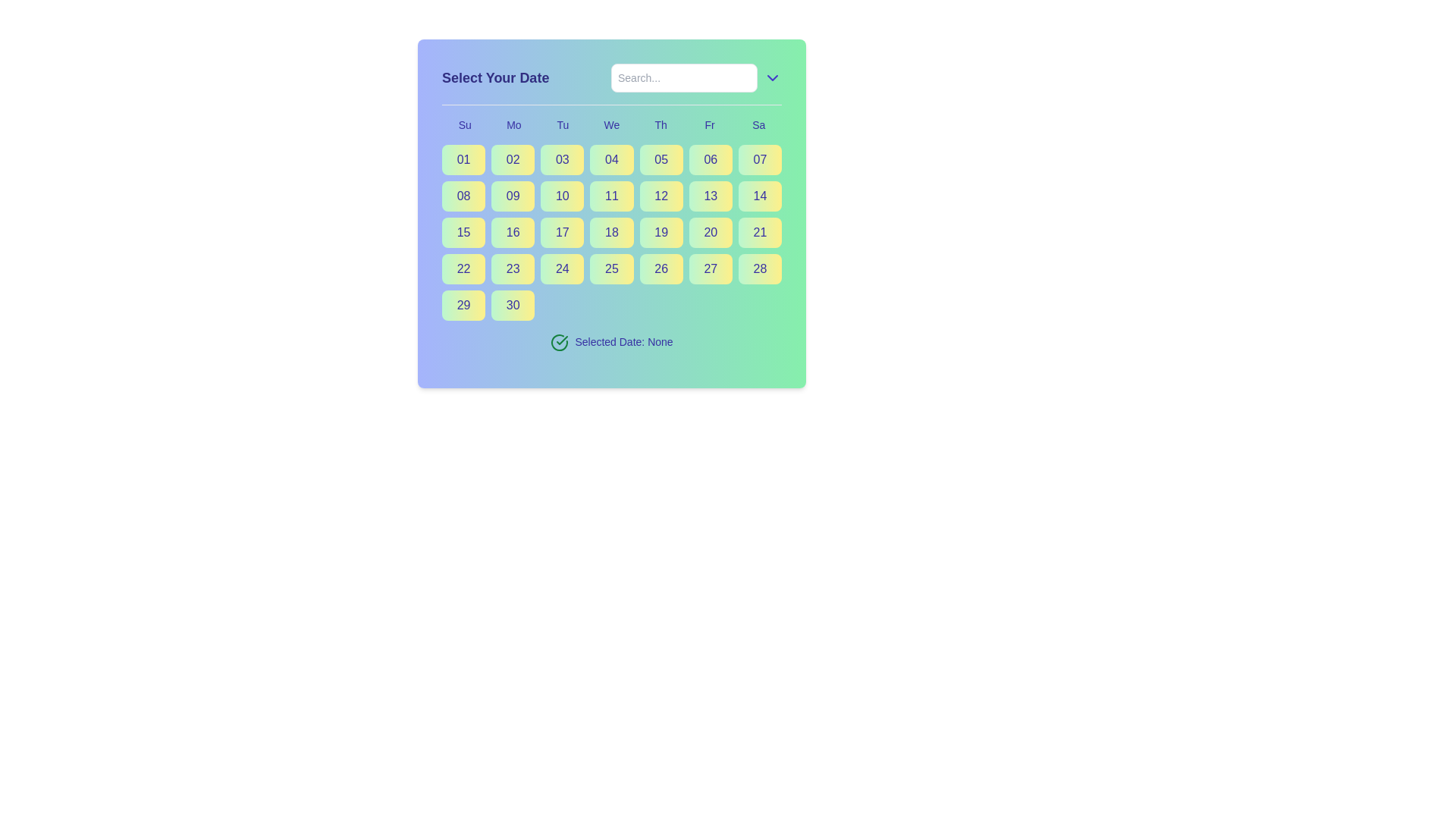 The image size is (1456, 819). Describe the element at coordinates (710, 233) in the screenshot. I see `the button labeled '20' which is a rounded rectangular tile with a gradient background transitioning from green to yellow and contains bold indigo text centered inside` at that location.